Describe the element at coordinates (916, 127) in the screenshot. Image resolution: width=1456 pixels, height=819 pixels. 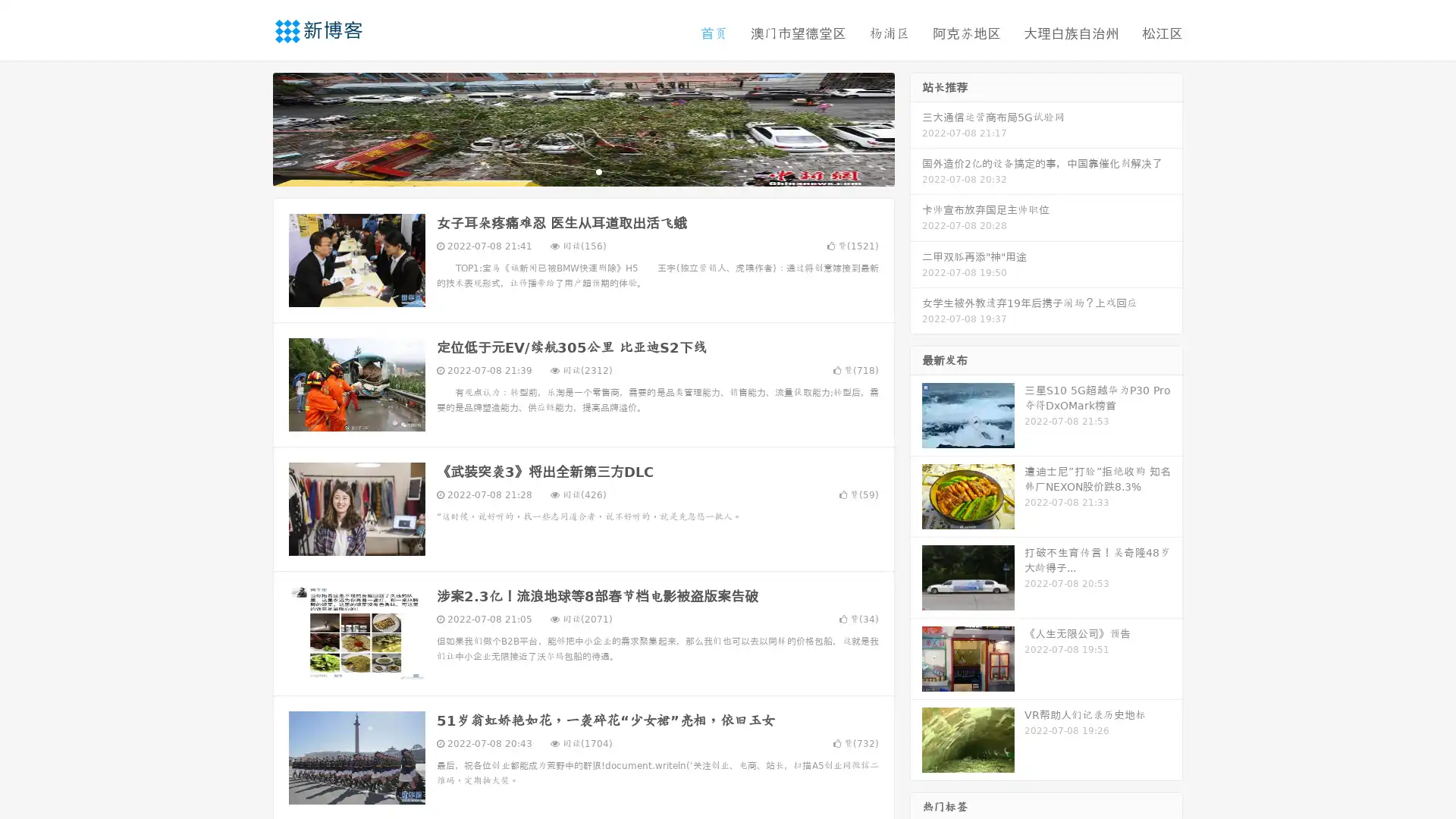
I see `Next slide` at that location.